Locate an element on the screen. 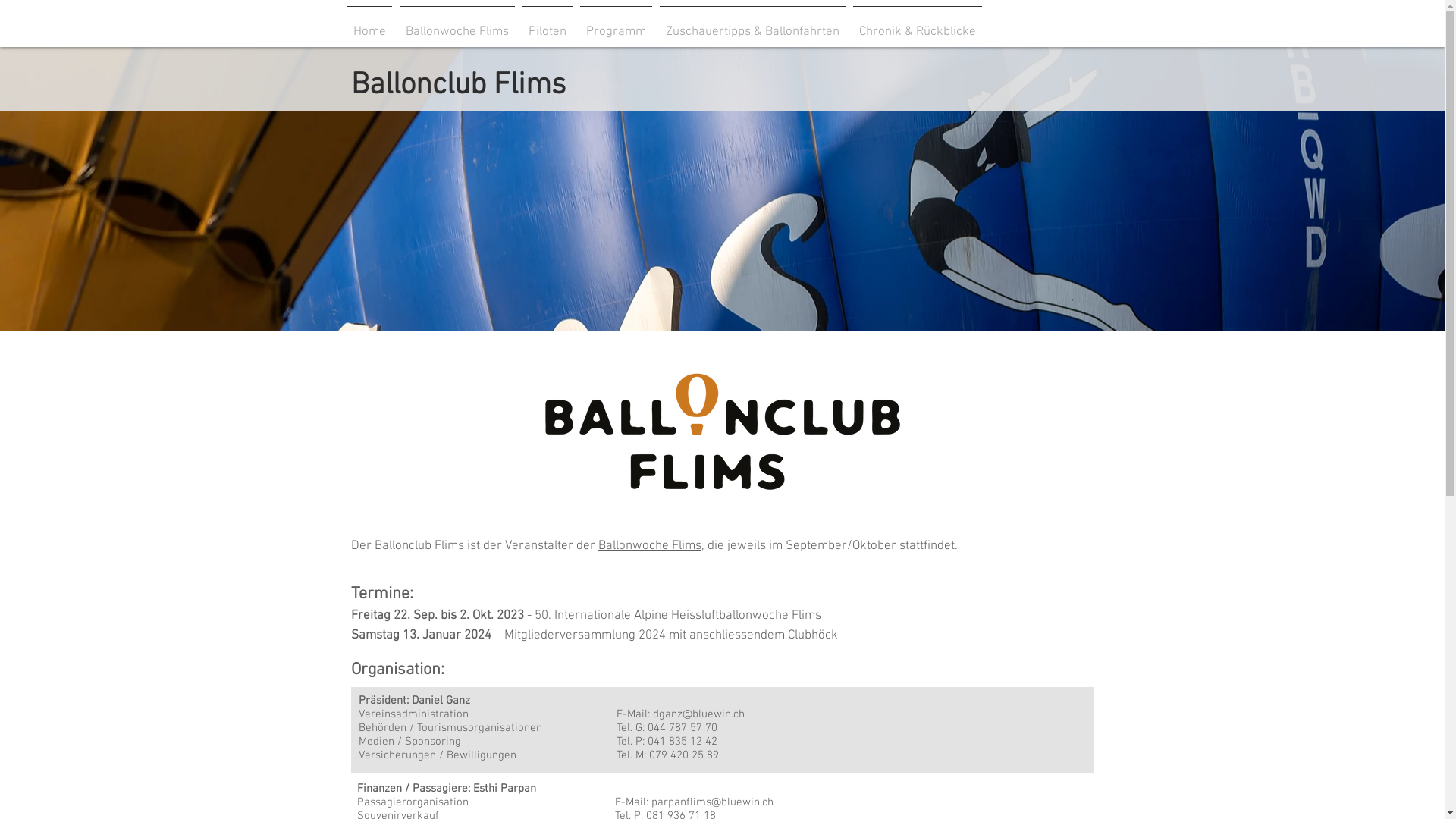 This screenshot has height=819, width=1456. 'parpanflims@bluewin.ch' is located at coordinates (711, 801).